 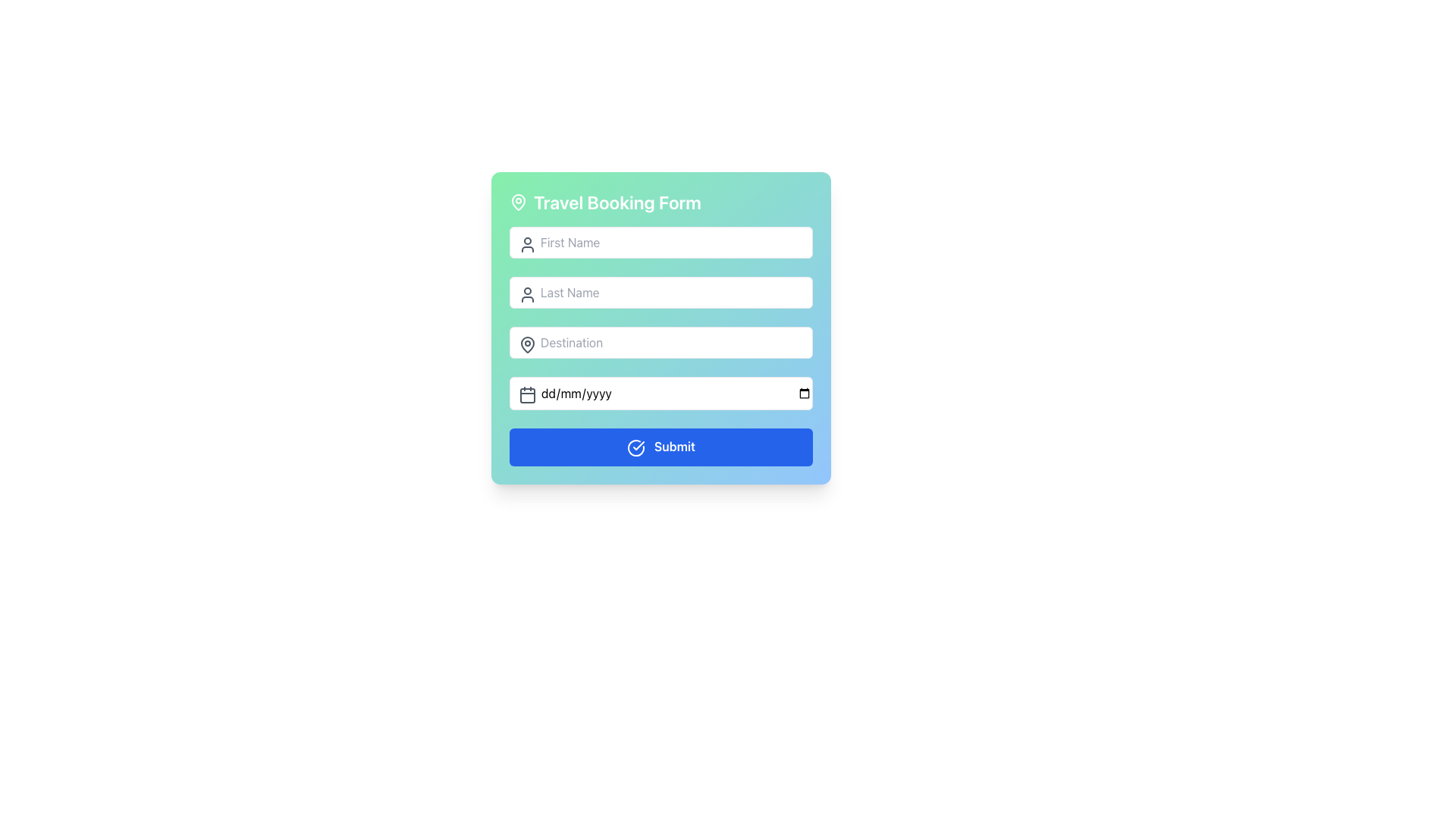 I want to click on the location pin icon that is styled with a gray color and has a hollow center, positioned to the left of the 'Destination' input box in the travel booking form, so click(x=528, y=345).